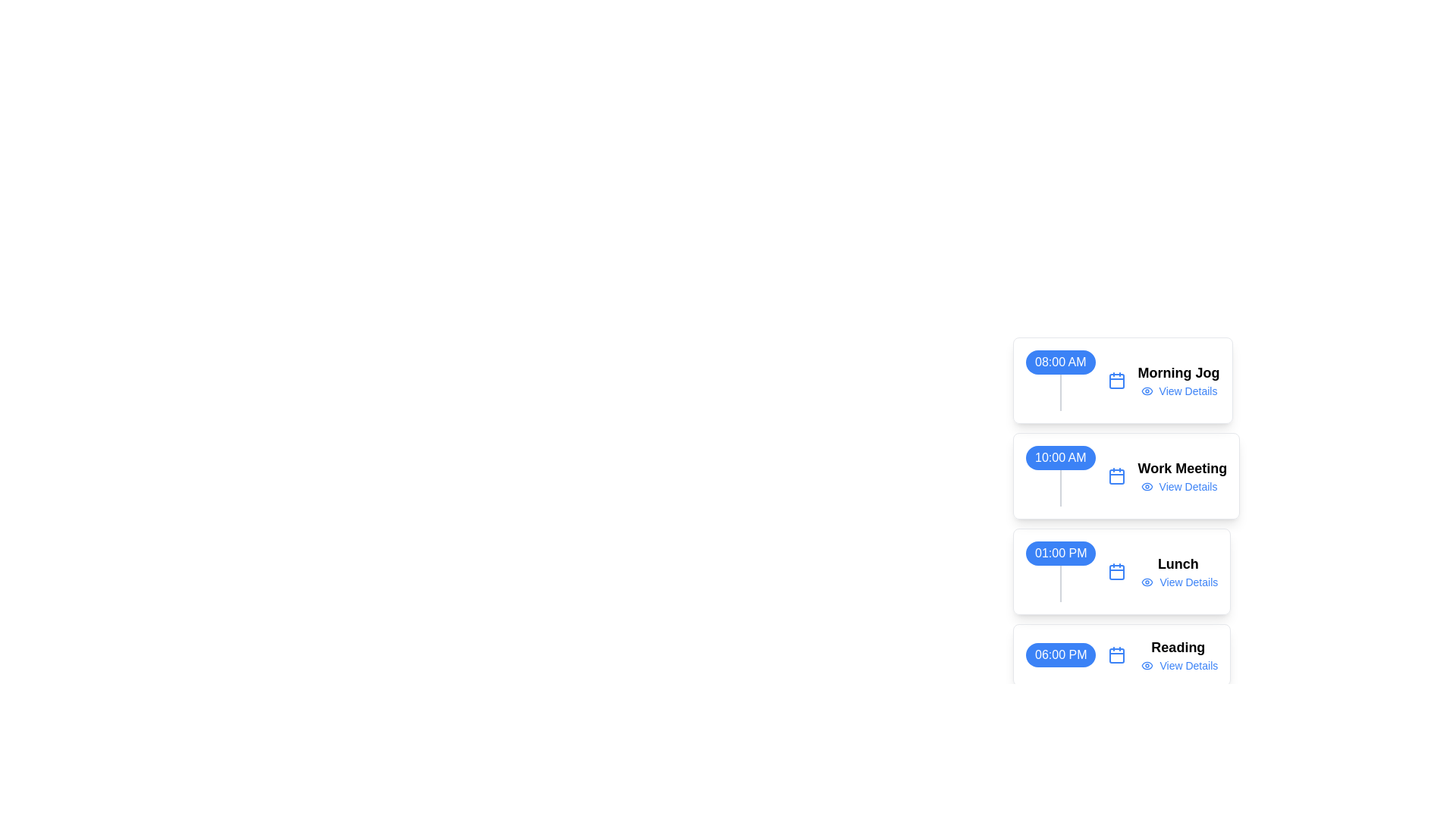 The image size is (1456, 819). What do you see at coordinates (1059, 362) in the screenshot?
I see `the pill-shaped label containing the text '08:00 AM', which has a blue background and white text, positioned at the top of a vertical list of time elements` at bounding box center [1059, 362].